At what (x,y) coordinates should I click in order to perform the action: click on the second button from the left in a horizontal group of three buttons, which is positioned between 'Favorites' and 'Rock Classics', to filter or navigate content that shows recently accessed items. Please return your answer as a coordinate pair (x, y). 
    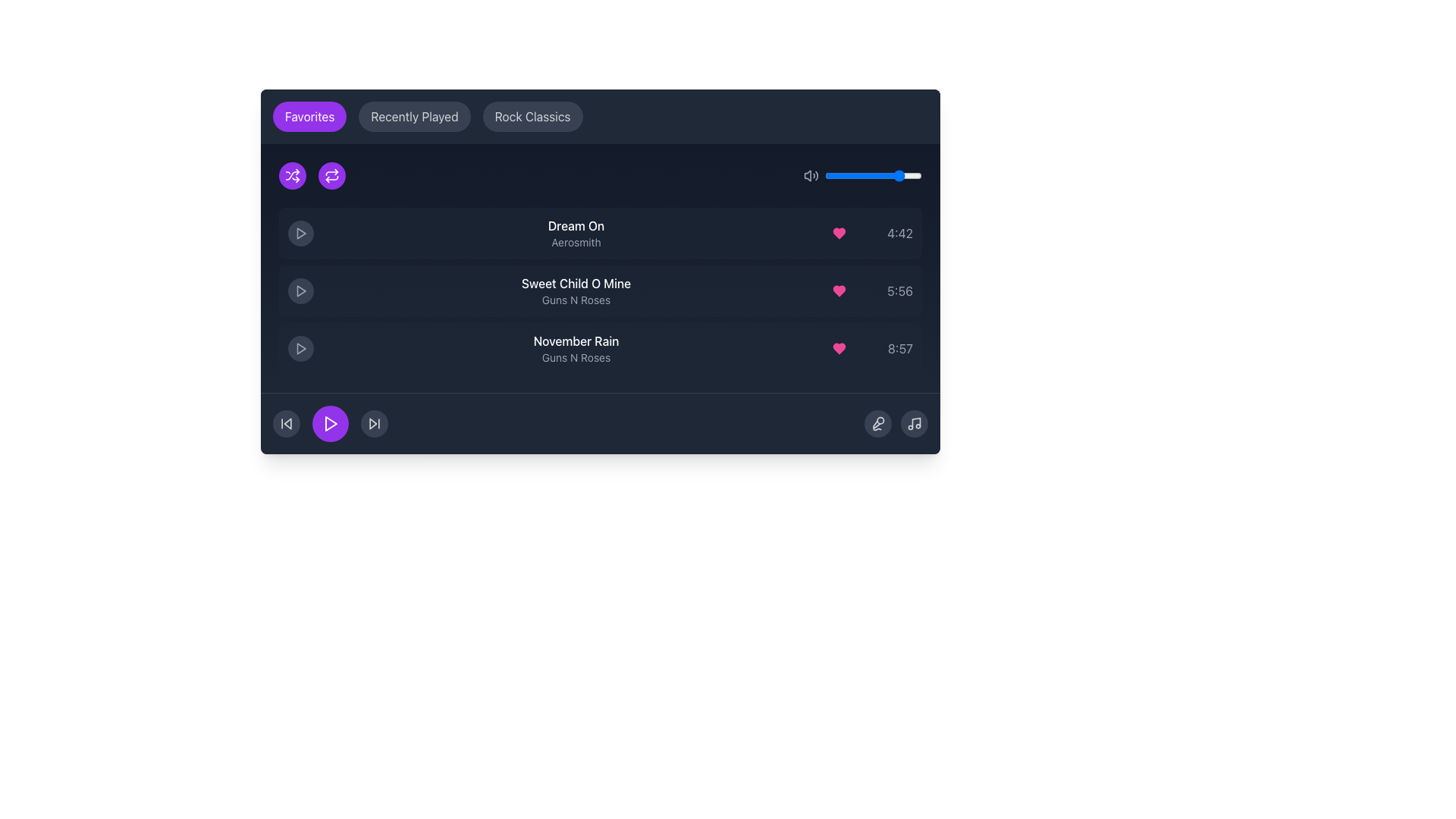
    Looking at the image, I should click on (415, 116).